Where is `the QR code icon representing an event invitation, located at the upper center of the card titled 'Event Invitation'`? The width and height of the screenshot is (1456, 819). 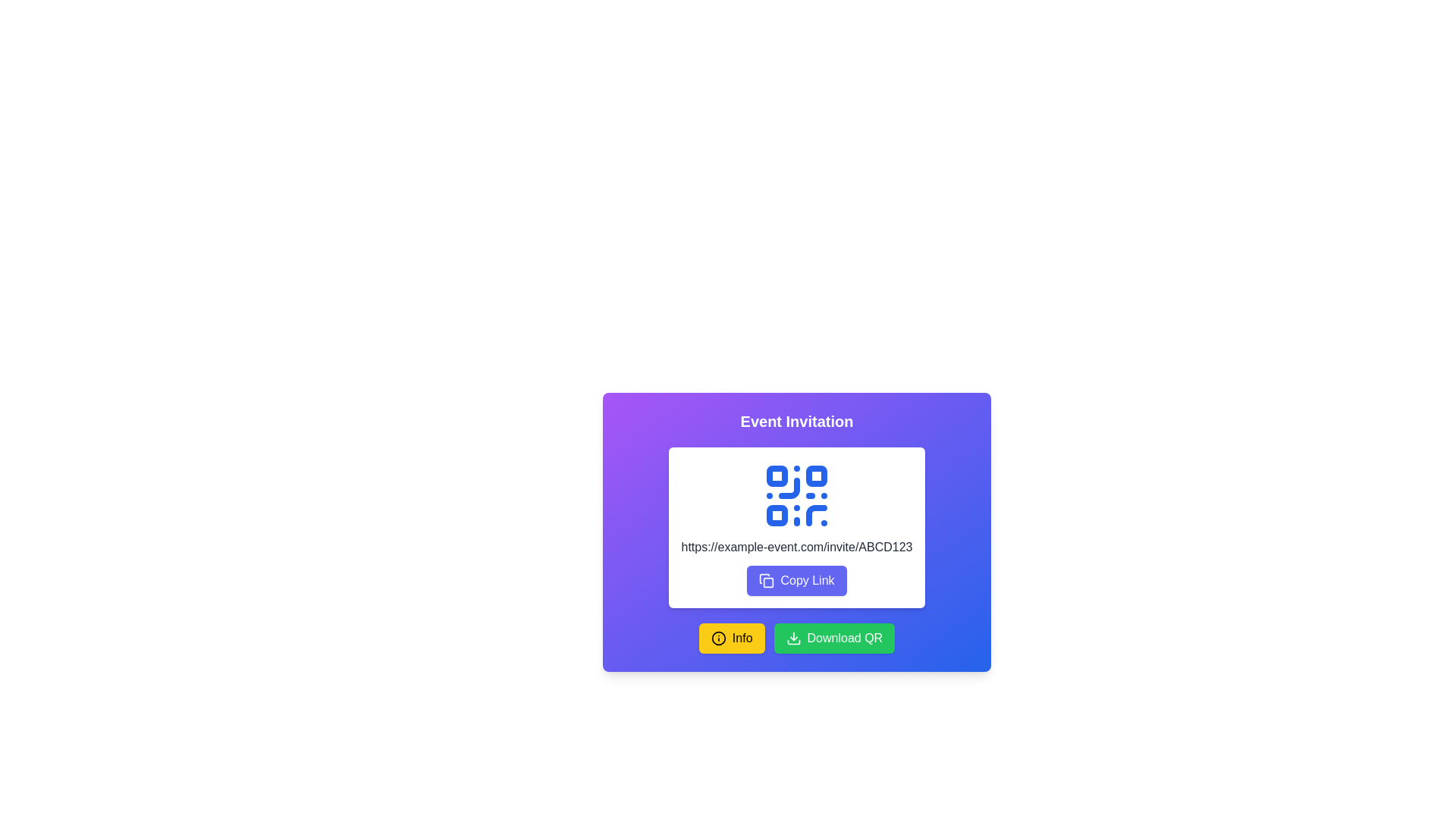
the QR code icon representing an event invitation, located at the upper center of the card titled 'Event Invitation' is located at coordinates (796, 496).